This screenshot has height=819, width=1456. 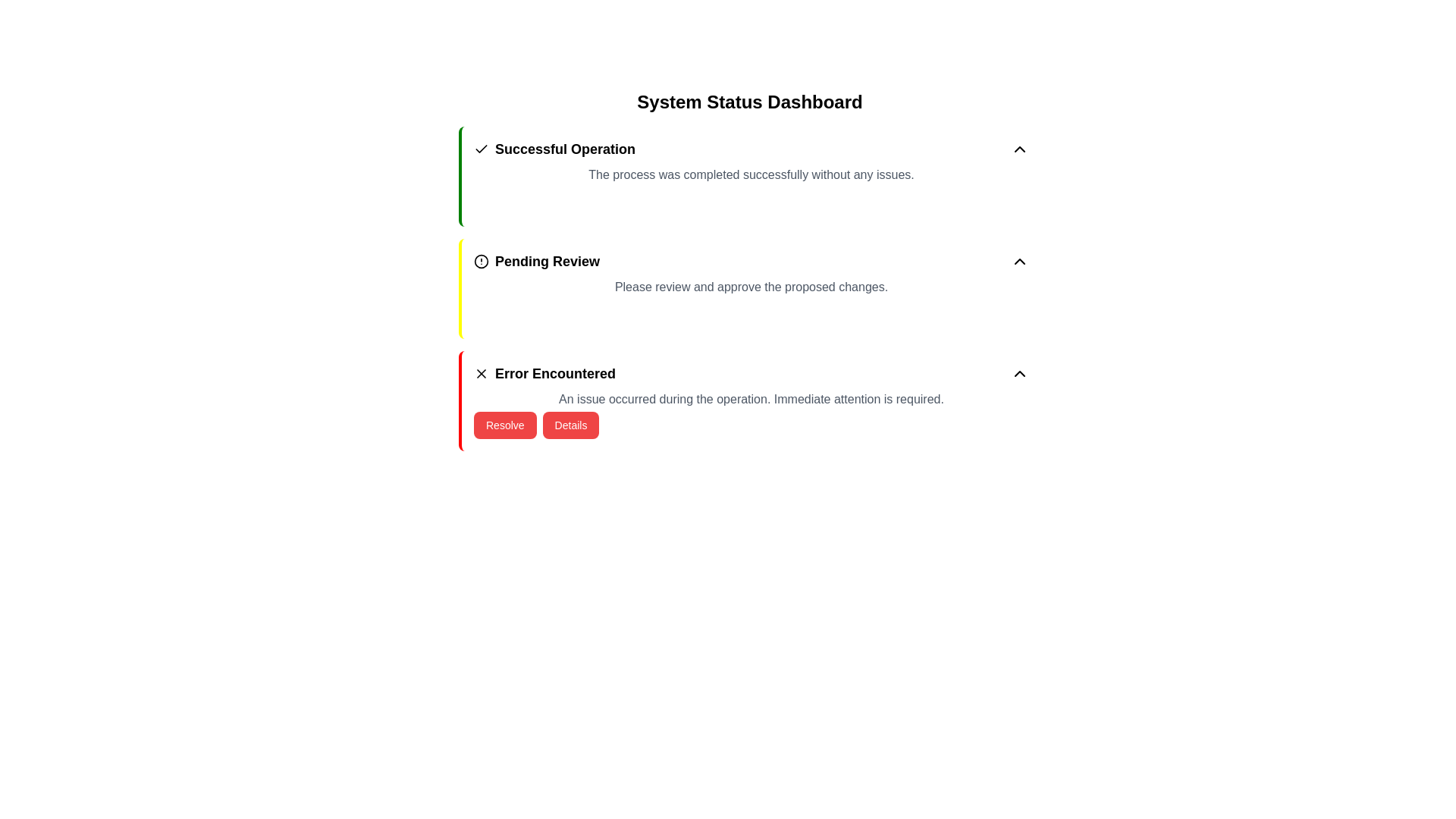 What do you see at coordinates (480, 149) in the screenshot?
I see `the checkmark icon that indicates a successful operation, located next to the 'Successful Operation' text at the top of the status list` at bounding box center [480, 149].